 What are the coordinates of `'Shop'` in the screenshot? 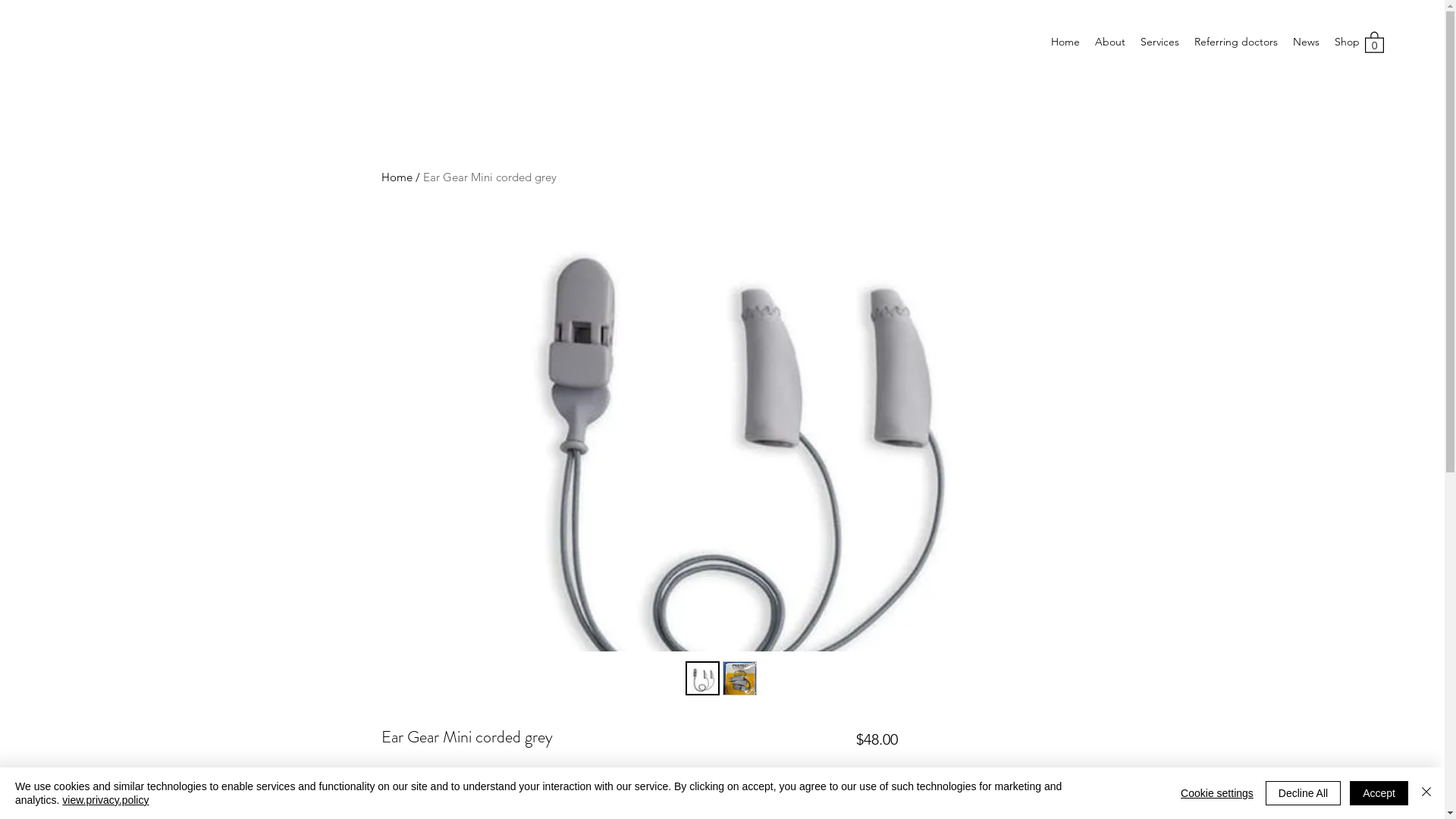 It's located at (1347, 40).